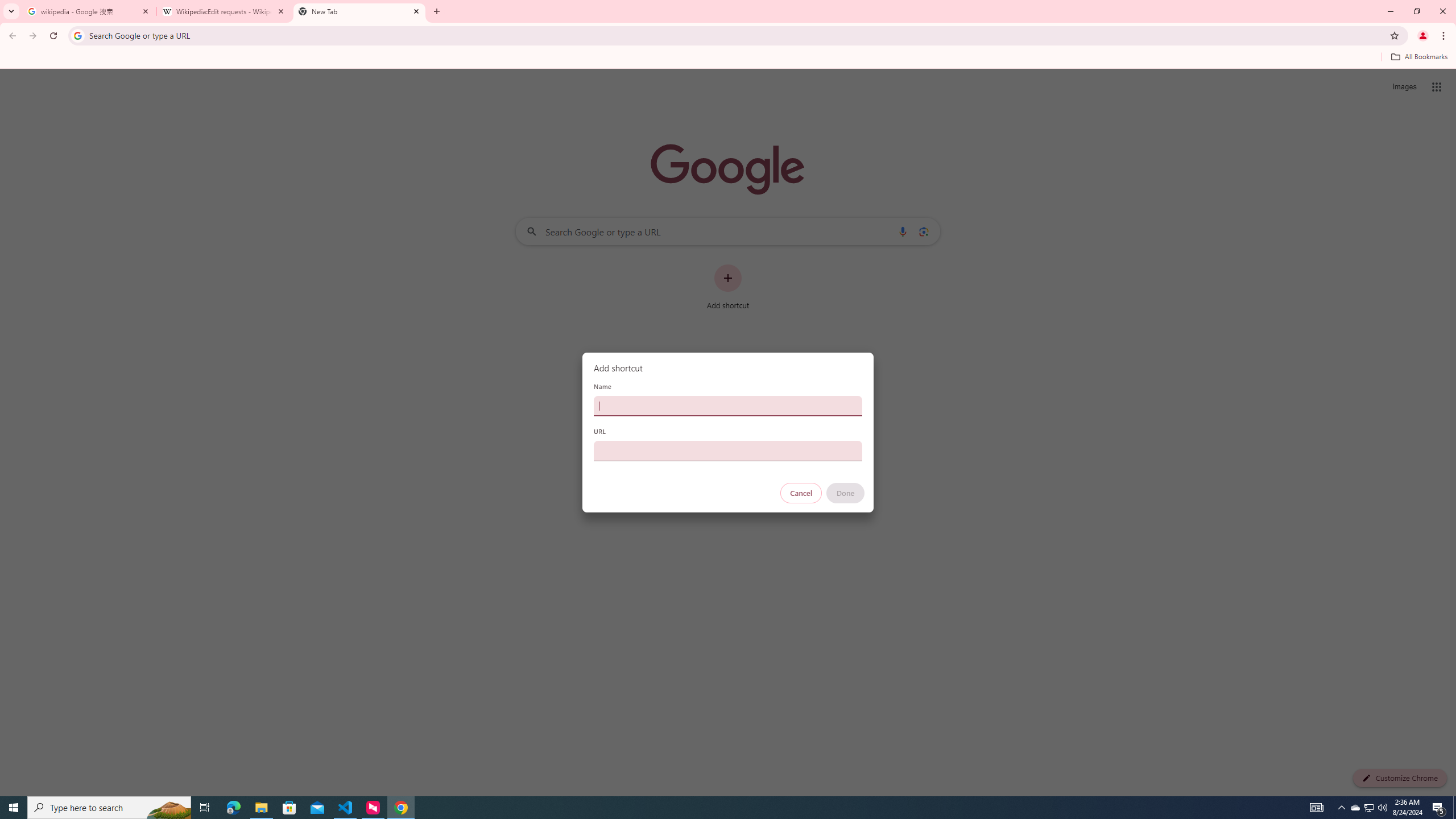  Describe the element at coordinates (224, 11) in the screenshot. I see `'Wikipedia:Edit requests - Wikipedia'` at that location.